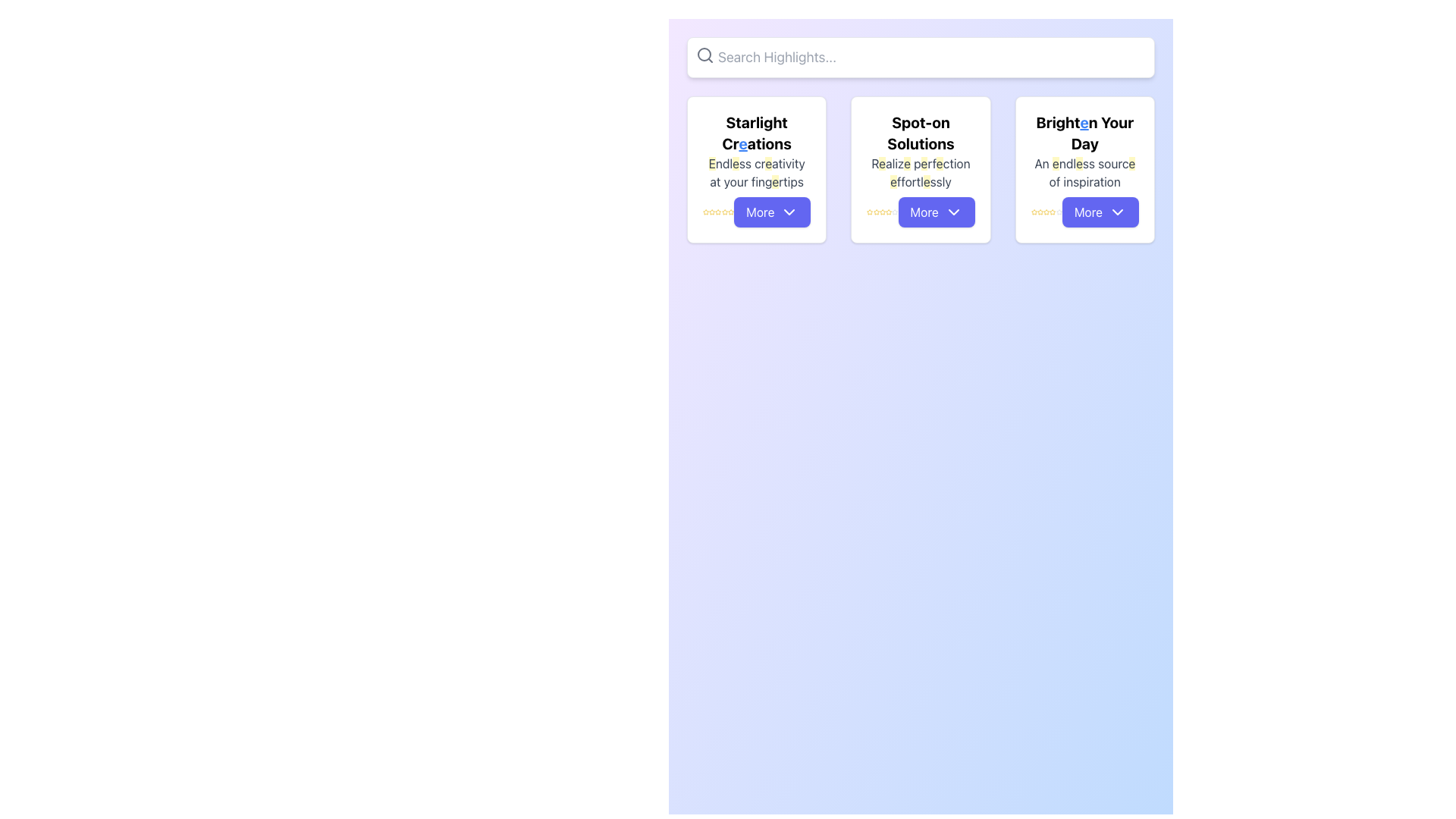 Image resolution: width=1456 pixels, height=819 pixels. Describe the element at coordinates (1084, 180) in the screenshot. I see `the text label that contains 'of inspiration' in gray color, located in the third card below the title 'Brighten Your Day'` at that location.